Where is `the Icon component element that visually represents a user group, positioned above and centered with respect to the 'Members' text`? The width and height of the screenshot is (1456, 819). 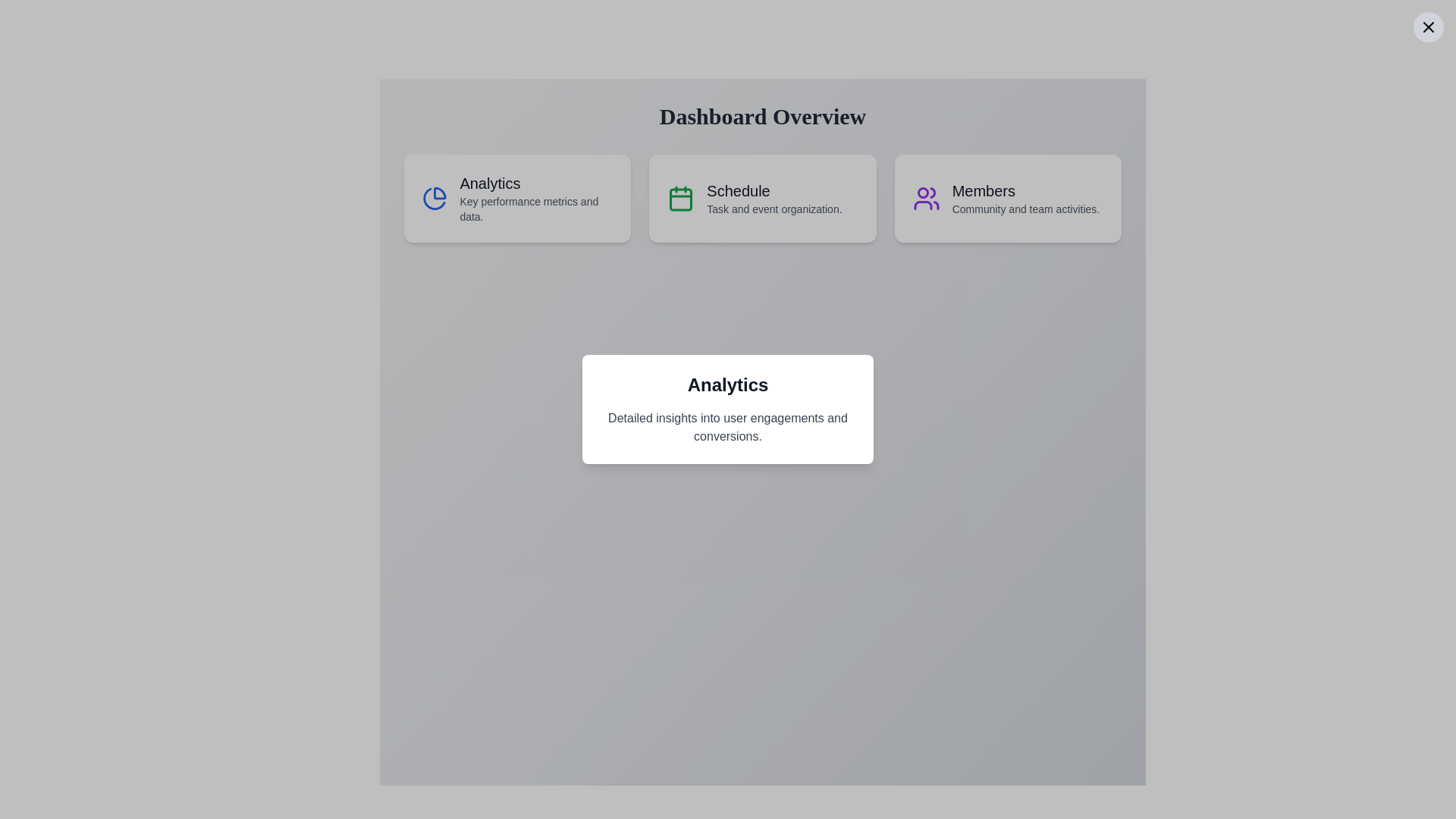 the Icon component element that visually represents a user group, positioned above and centered with respect to the 'Members' text is located at coordinates (931, 192).